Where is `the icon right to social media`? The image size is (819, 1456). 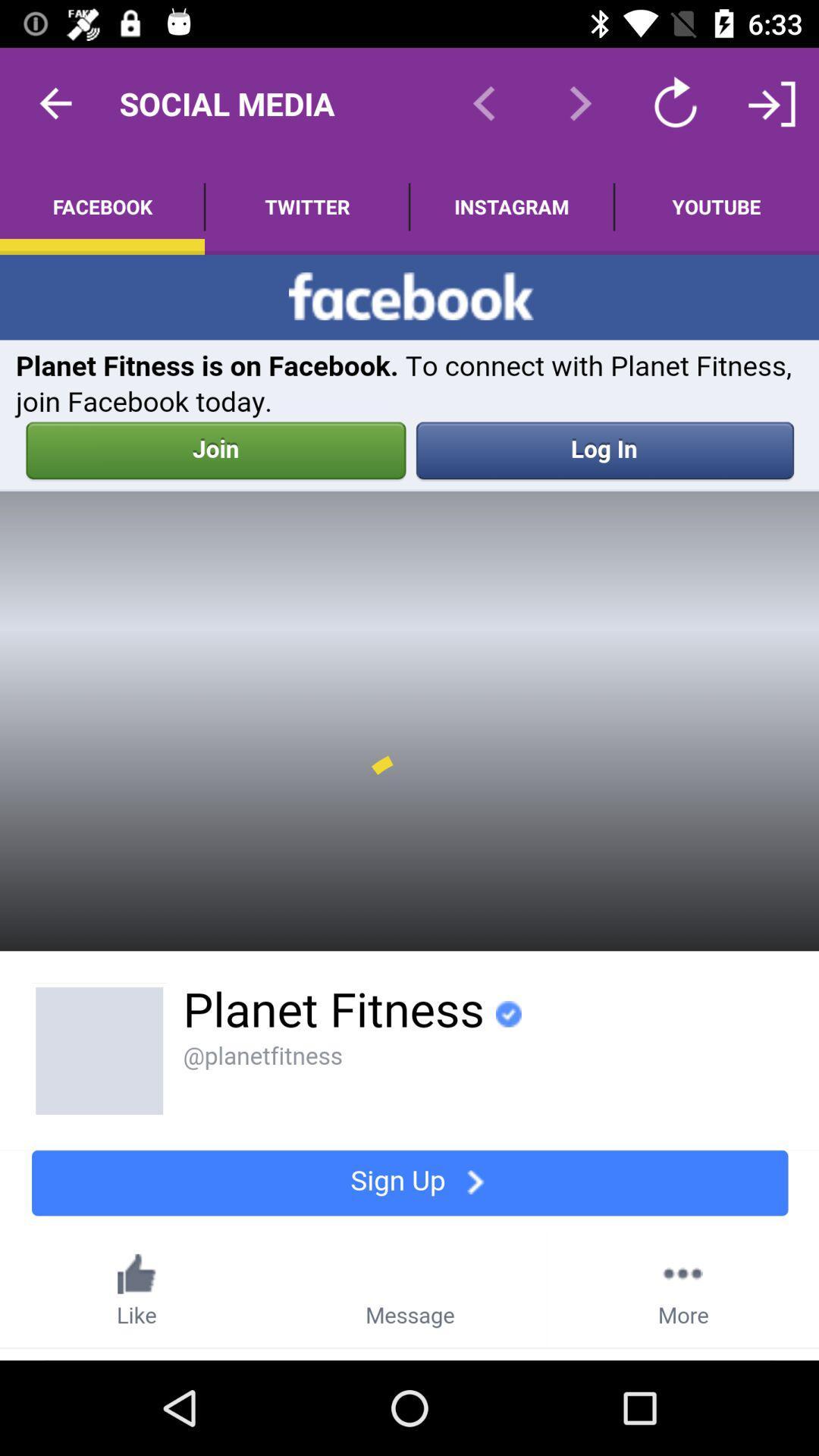 the icon right to social media is located at coordinates (485, 103).